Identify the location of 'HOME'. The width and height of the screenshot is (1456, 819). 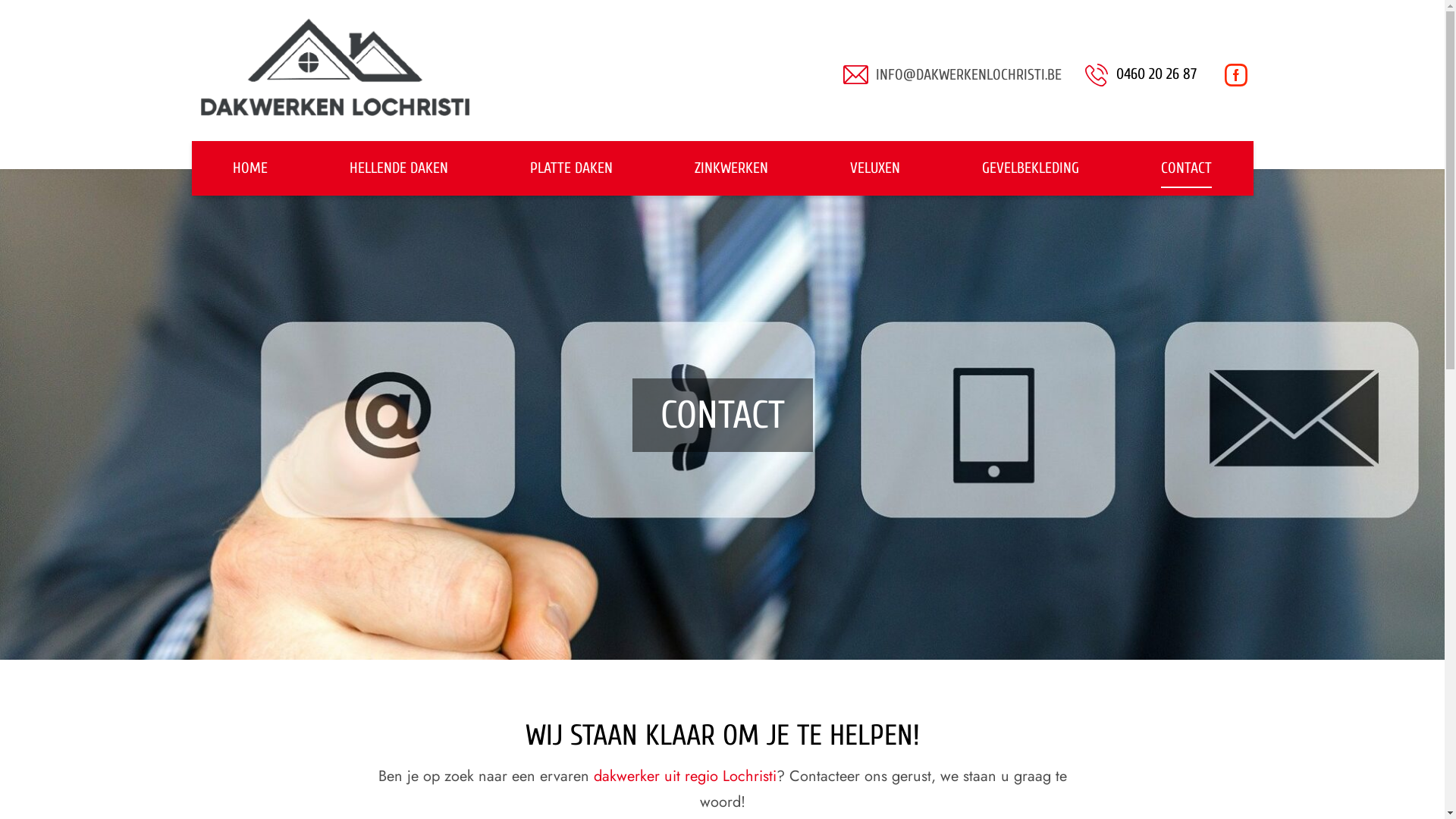
(250, 168).